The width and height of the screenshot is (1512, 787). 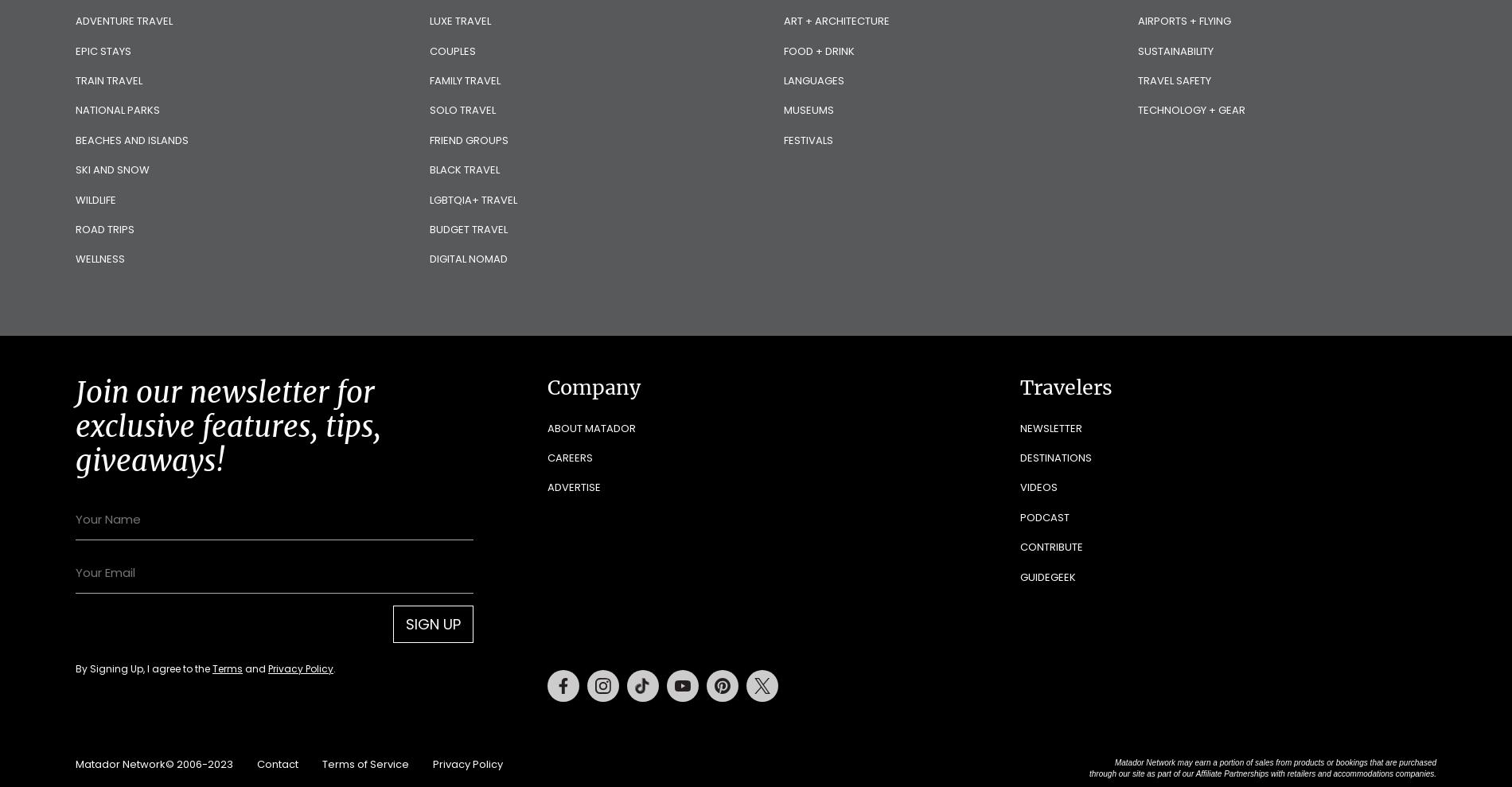 What do you see at coordinates (76, 139) in the screenshot?
I see `'Beaches and Islands'` at bounding box center [76, 139].